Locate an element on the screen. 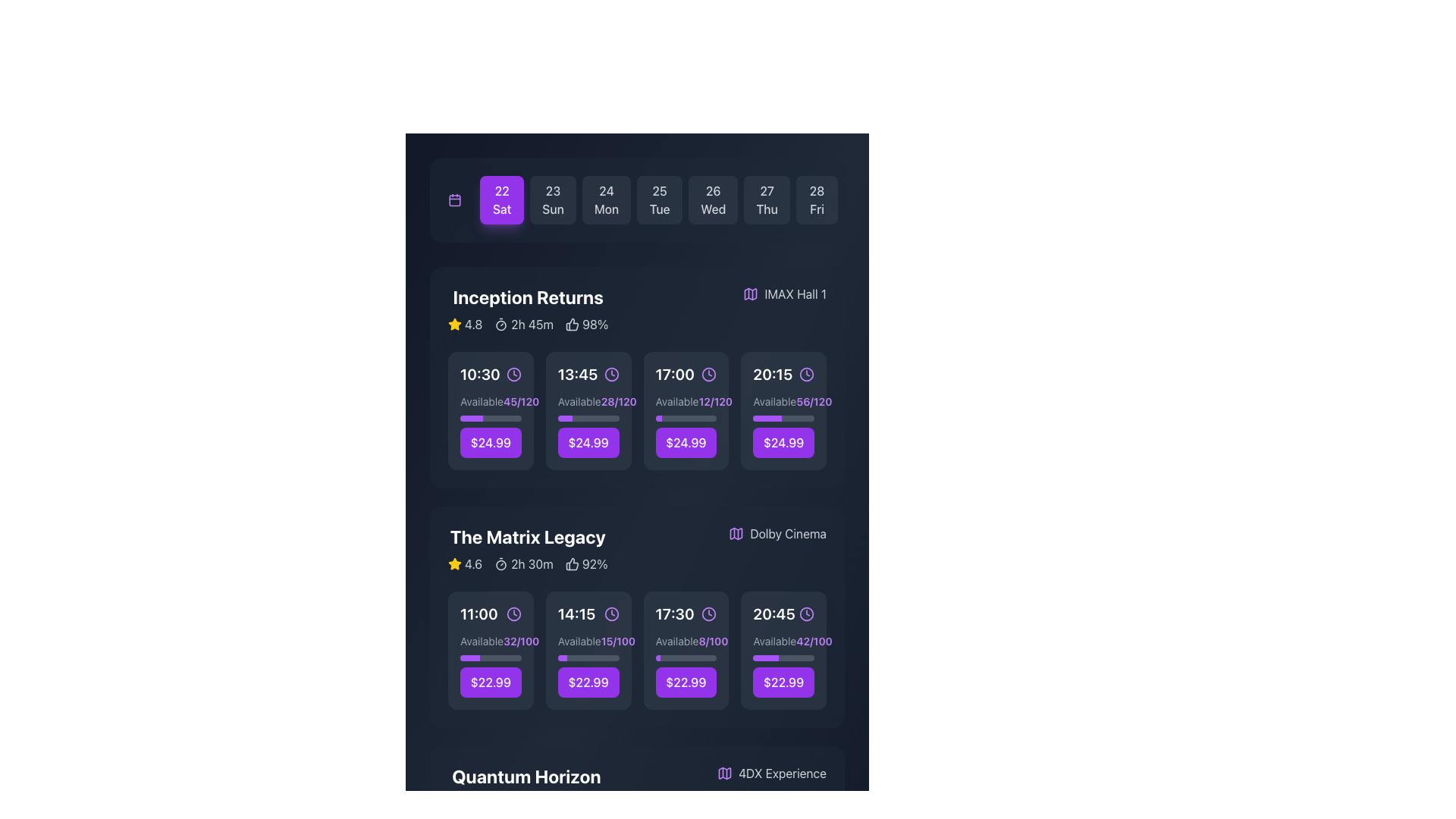  the yellow five-pointed star icon representing the 'rating' symbol in the 'Inception Returns' section, located above the showtime listings is located at coordinates (454, 563).